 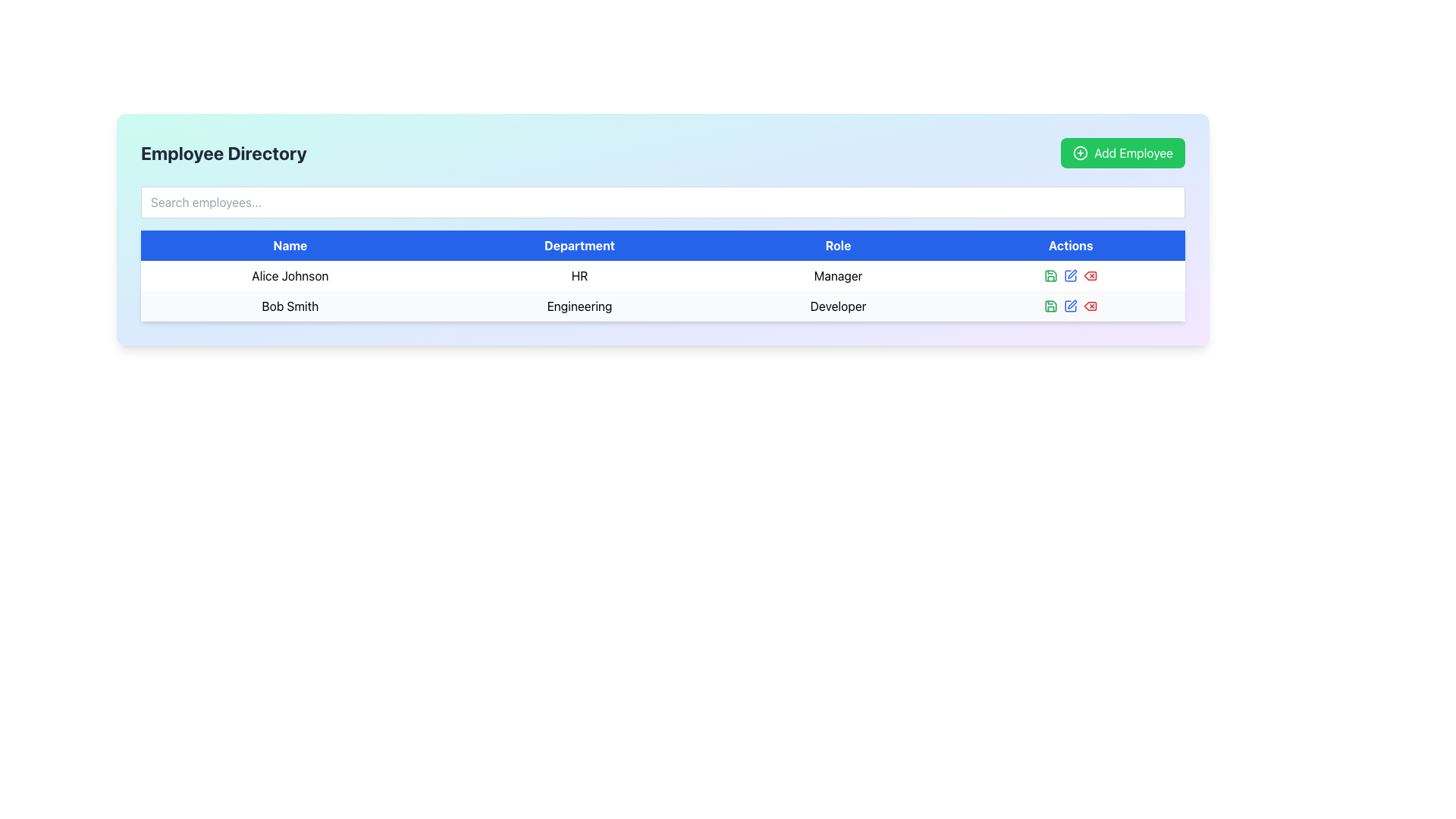 What do you see at coordinates (579, 245) in the screenshot?
I see `the 'Department' Table Header, which is the second header label in a row of four headers, positioned between 'Name' and 'Role'` at bounding box center [579, 245].